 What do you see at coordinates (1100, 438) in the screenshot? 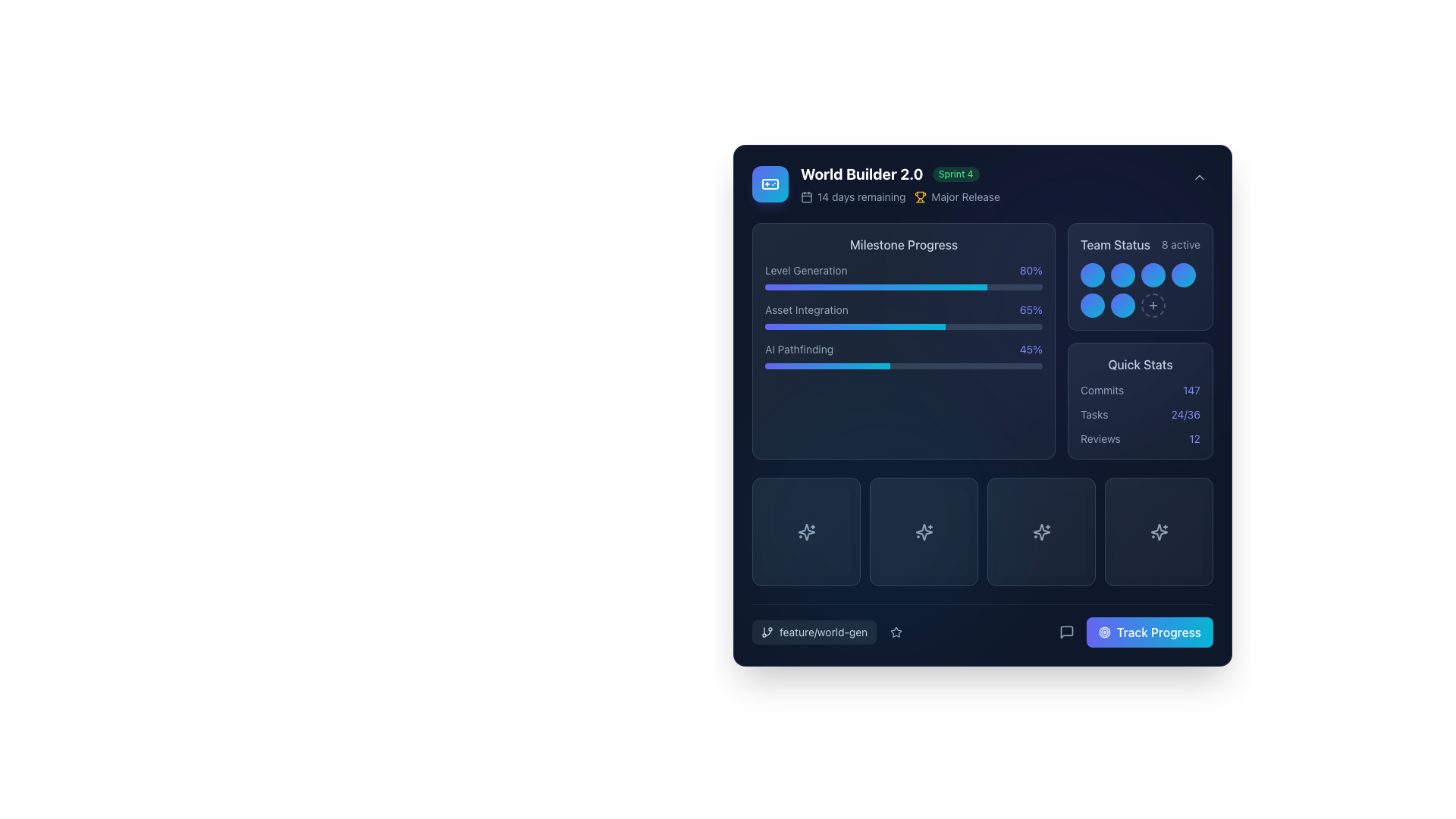
I see `text label containing 'Reviews' located in the 'Quick Stats' section near the bottom-right corner of the interface` at bounding box center [1100, 438].